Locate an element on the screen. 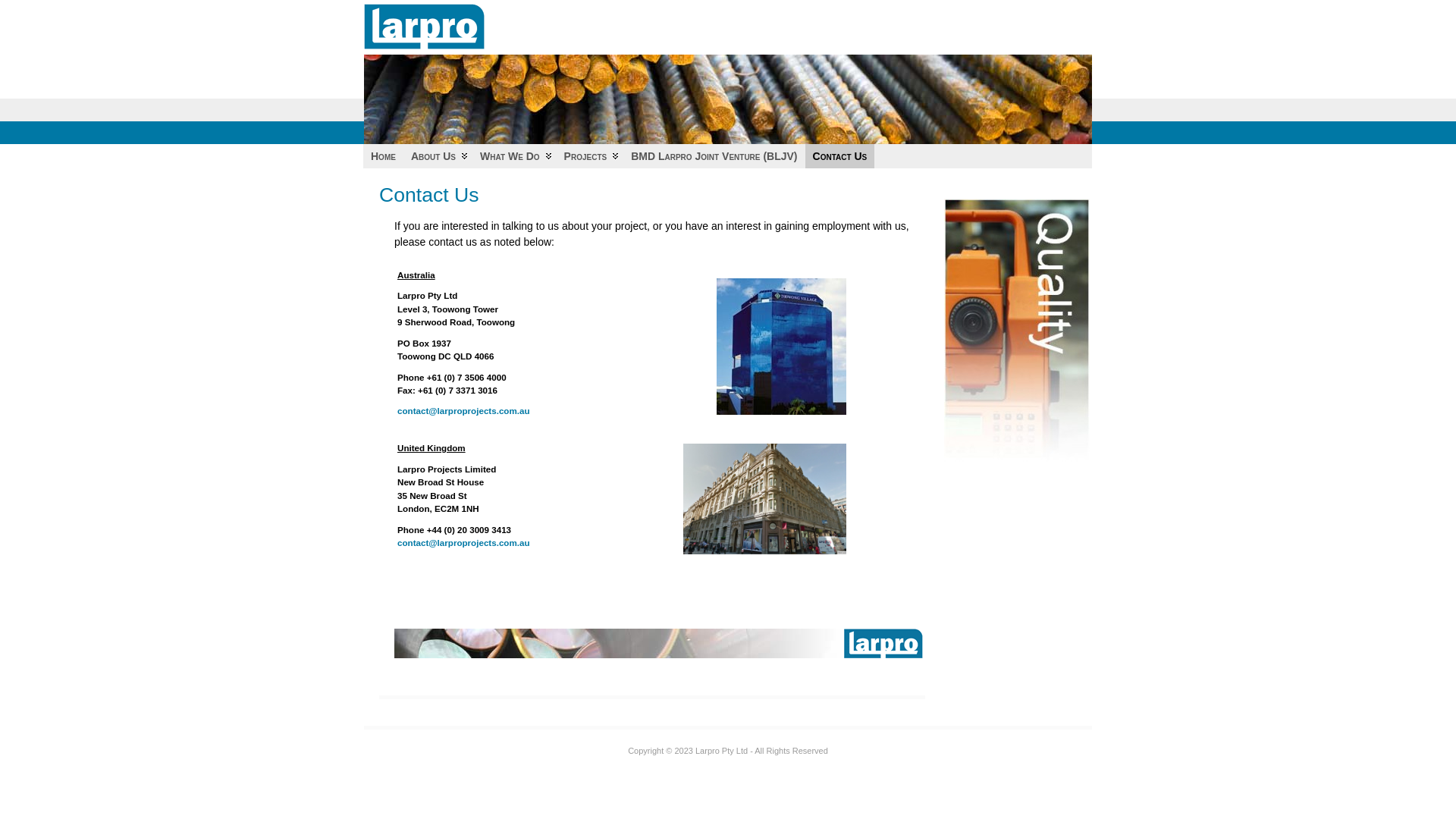 Image resolution: width=1456 pixels, height=819 pixels. 'Projects' is located at coordinates (589, 155).